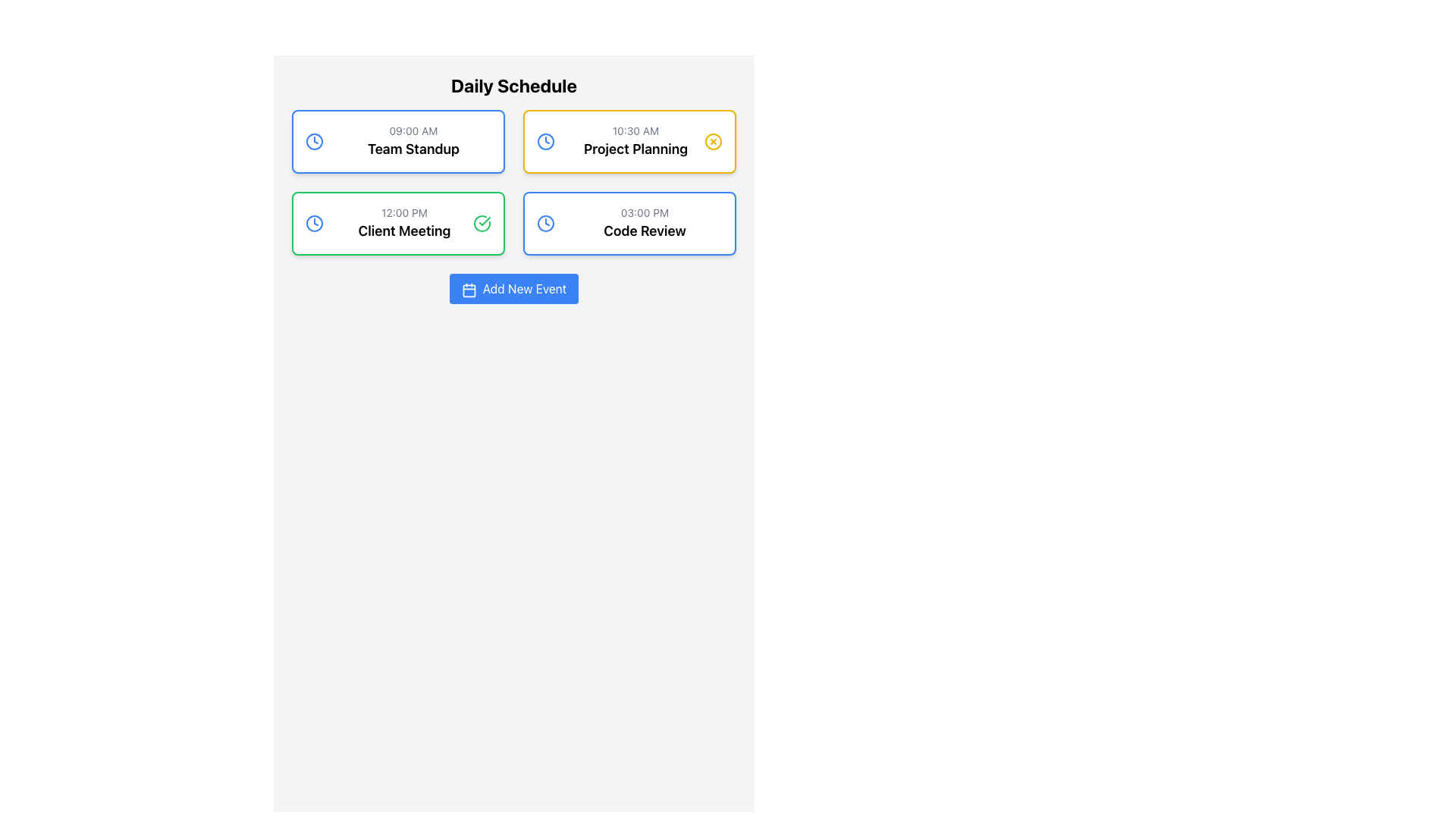 This screenshot has width=1456, height=819. What do you see at coordinates (398, 223) in the screenshot?
I see `the scheduled event card labeled 'Client Meeting' occurring at 12:00 PM, which is the third element in a grid layout under the '09:00 AM Team Standup' item` at bounding box center [398, 223].